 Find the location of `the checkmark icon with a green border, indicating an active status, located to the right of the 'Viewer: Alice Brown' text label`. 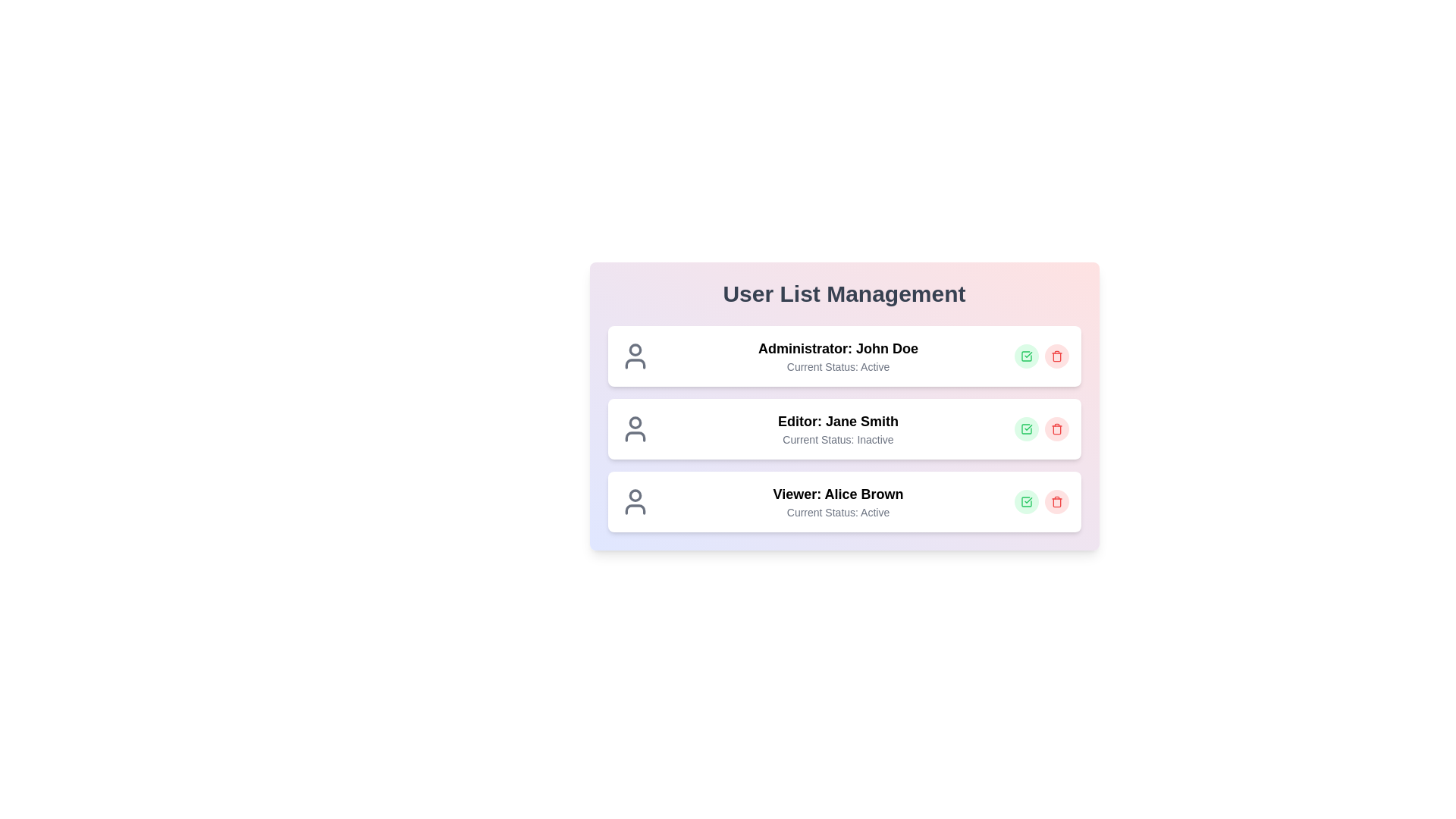

the checkmark icon with a green border, indicating an active status, located to the right of the 'Viewer: Alice Brown' text label is located at coordinates (1026, 356).